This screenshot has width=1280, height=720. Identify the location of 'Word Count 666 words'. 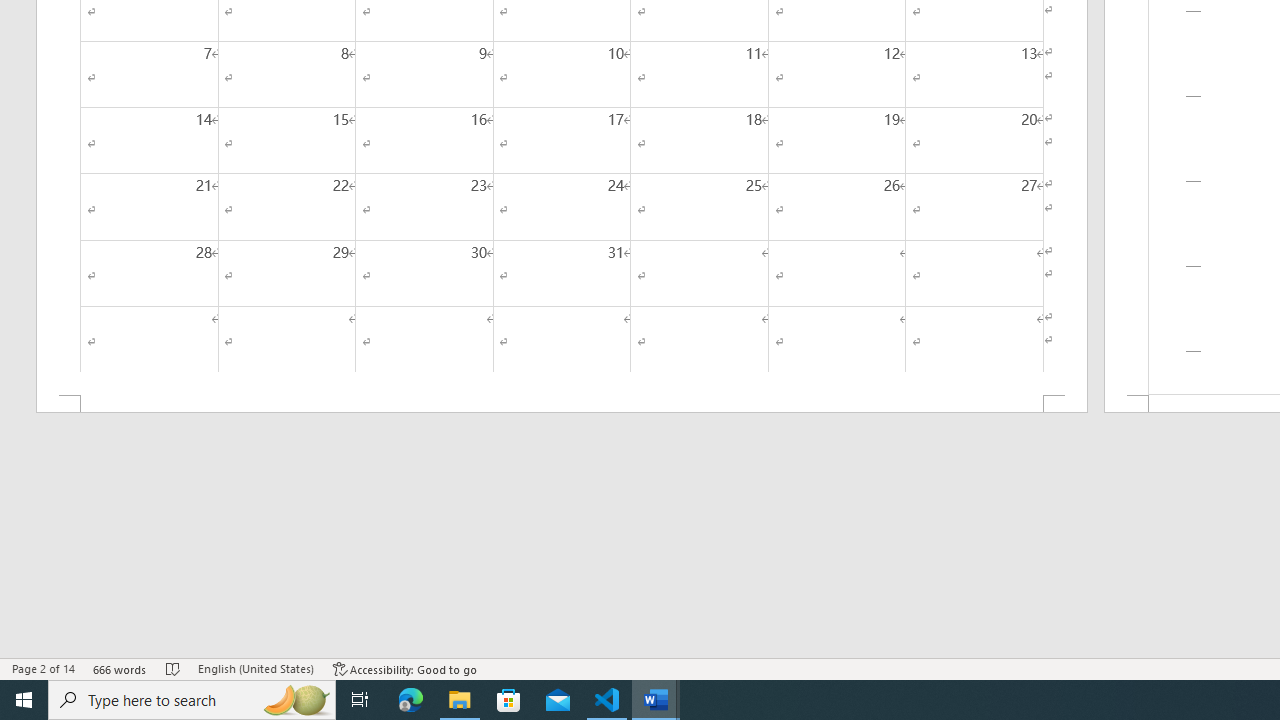
(119, 669).